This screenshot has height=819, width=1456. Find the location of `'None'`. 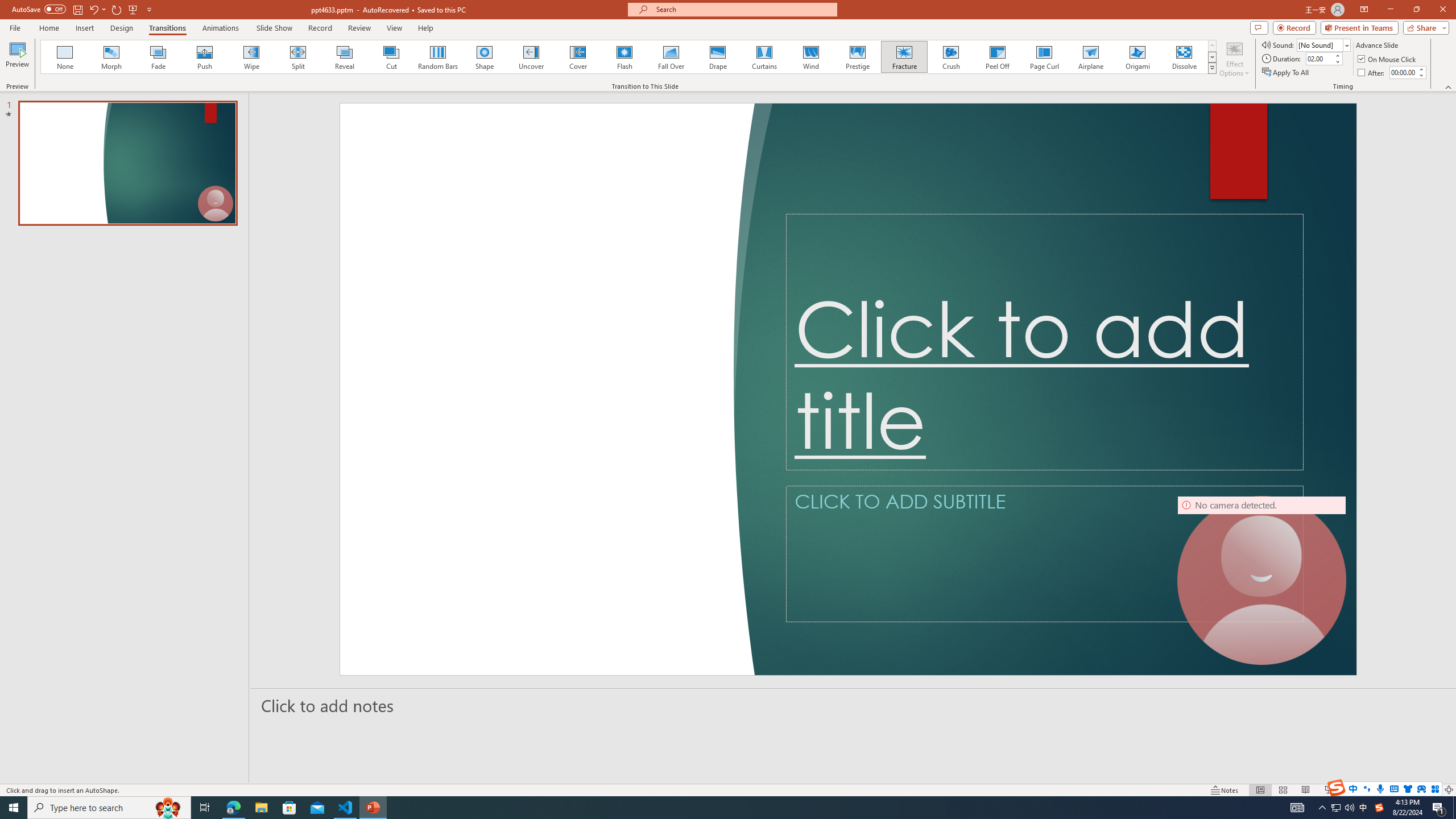

'None' is located at coordinates (65, 56).